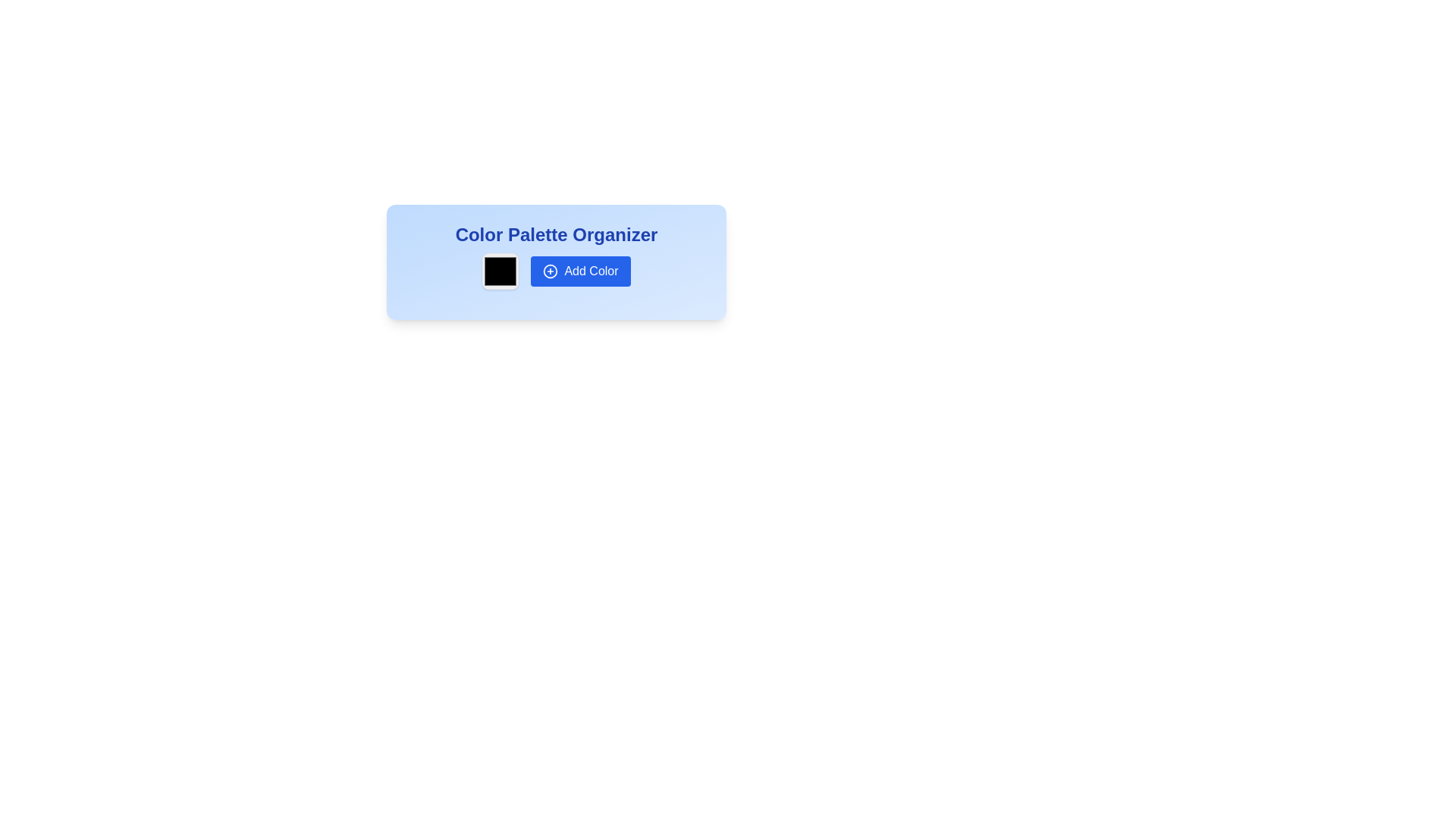  What do you see at coordinates (580, 271) in the screenshot?
I see `the 'Add Color' button located to the right of the black square color sample` at bounding box center [580, 271].